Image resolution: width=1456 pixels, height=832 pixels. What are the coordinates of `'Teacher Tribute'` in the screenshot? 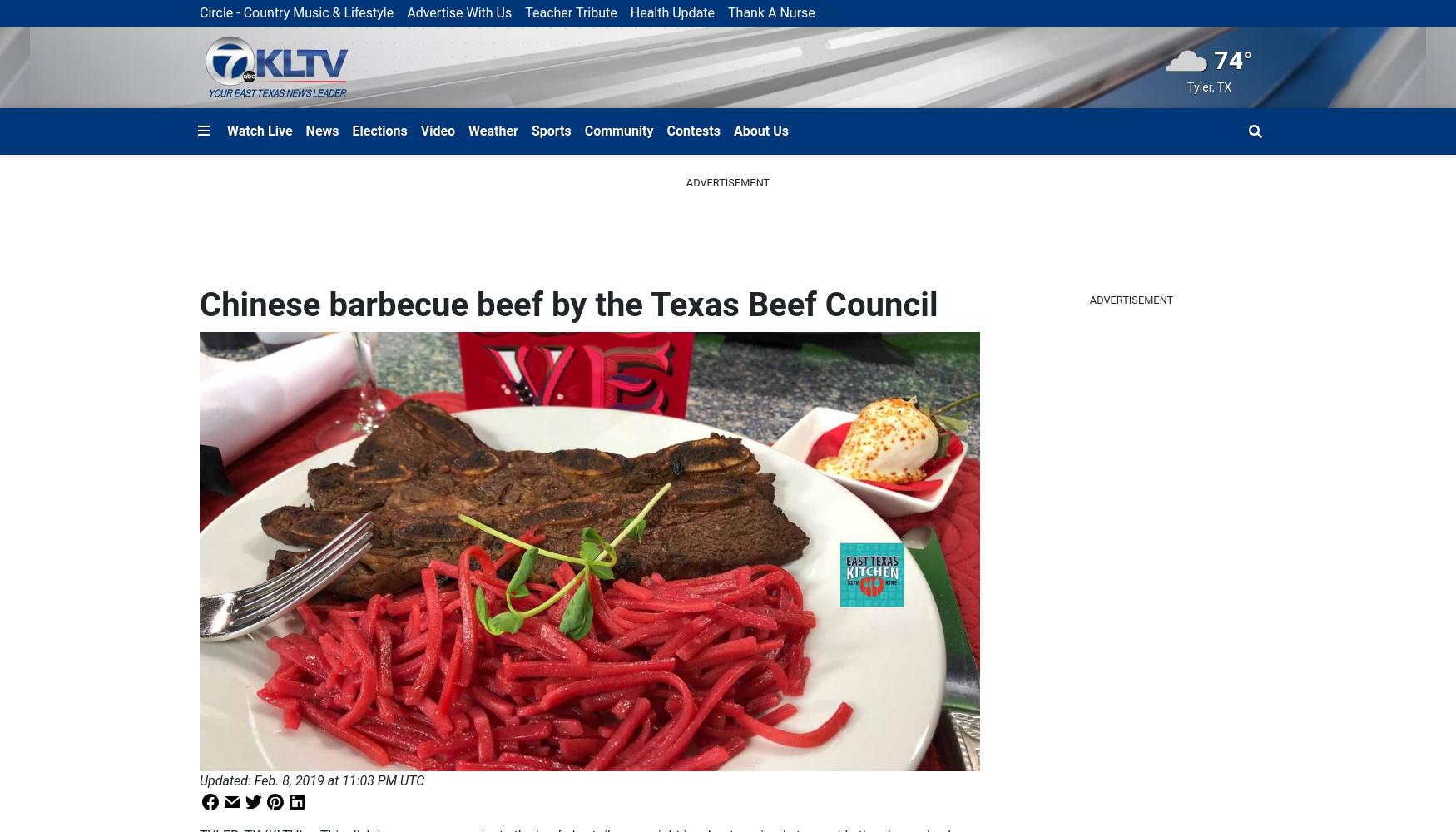 It's located at (524, 12).